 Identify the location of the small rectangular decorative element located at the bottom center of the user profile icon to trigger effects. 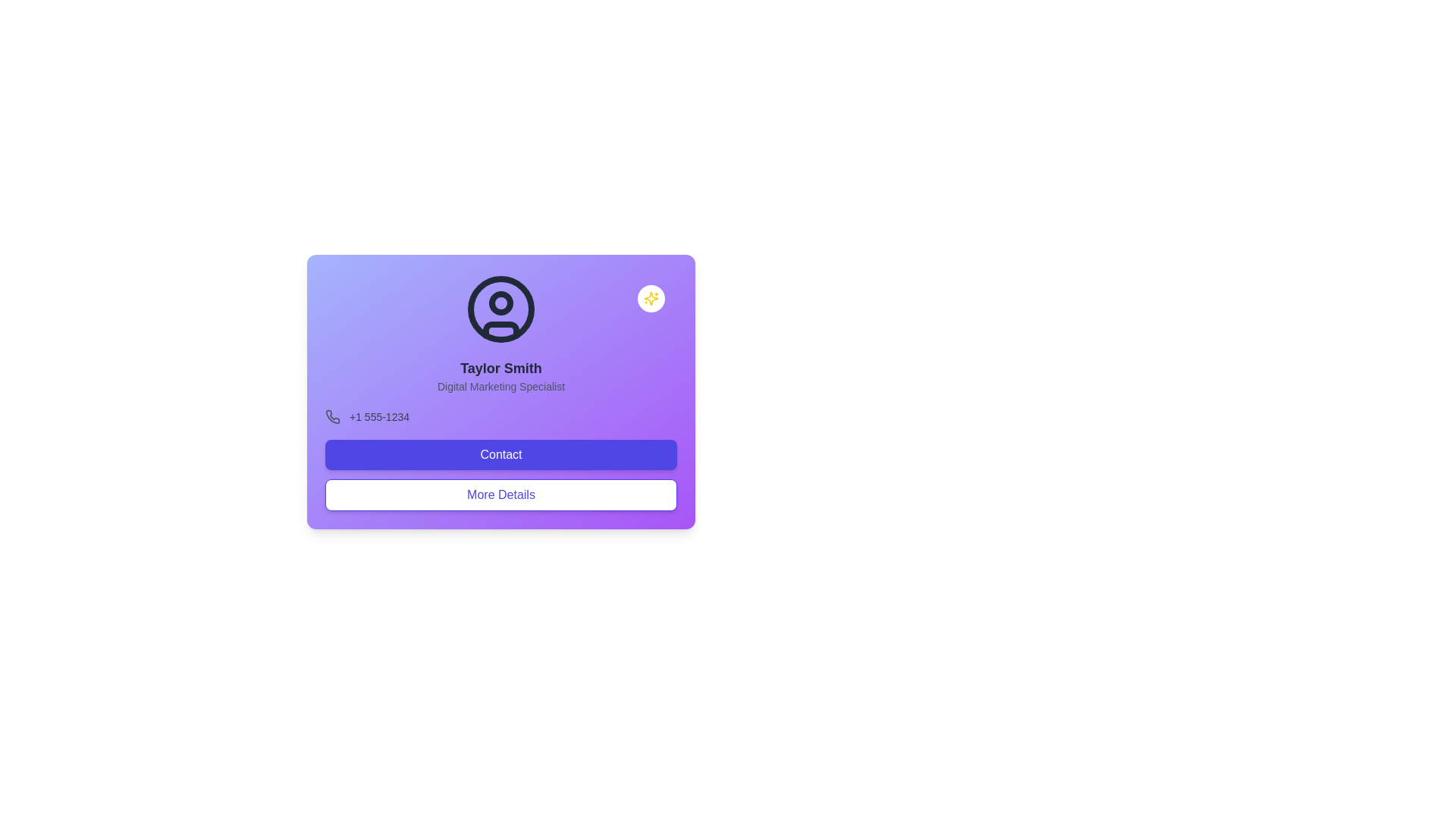
(501, 329).